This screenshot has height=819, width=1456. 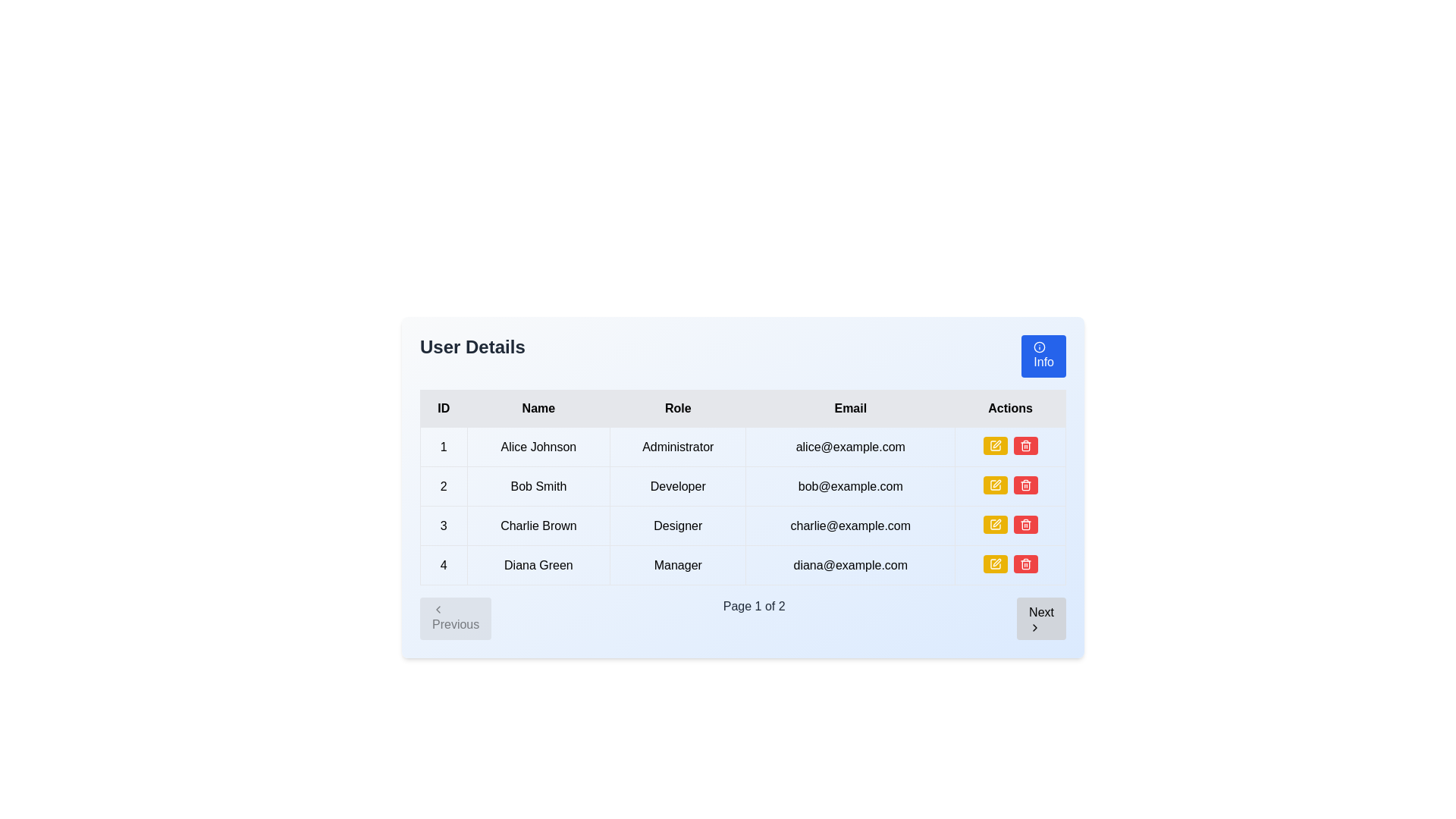 What do you see at coordinates (995, 564) in the screenshot?
I see `the pen icon within the yellow edit button in the 'Actions' column of the user data table for the fourth row corresponding to 'Diana Green'` at bounding box center [995, 564].